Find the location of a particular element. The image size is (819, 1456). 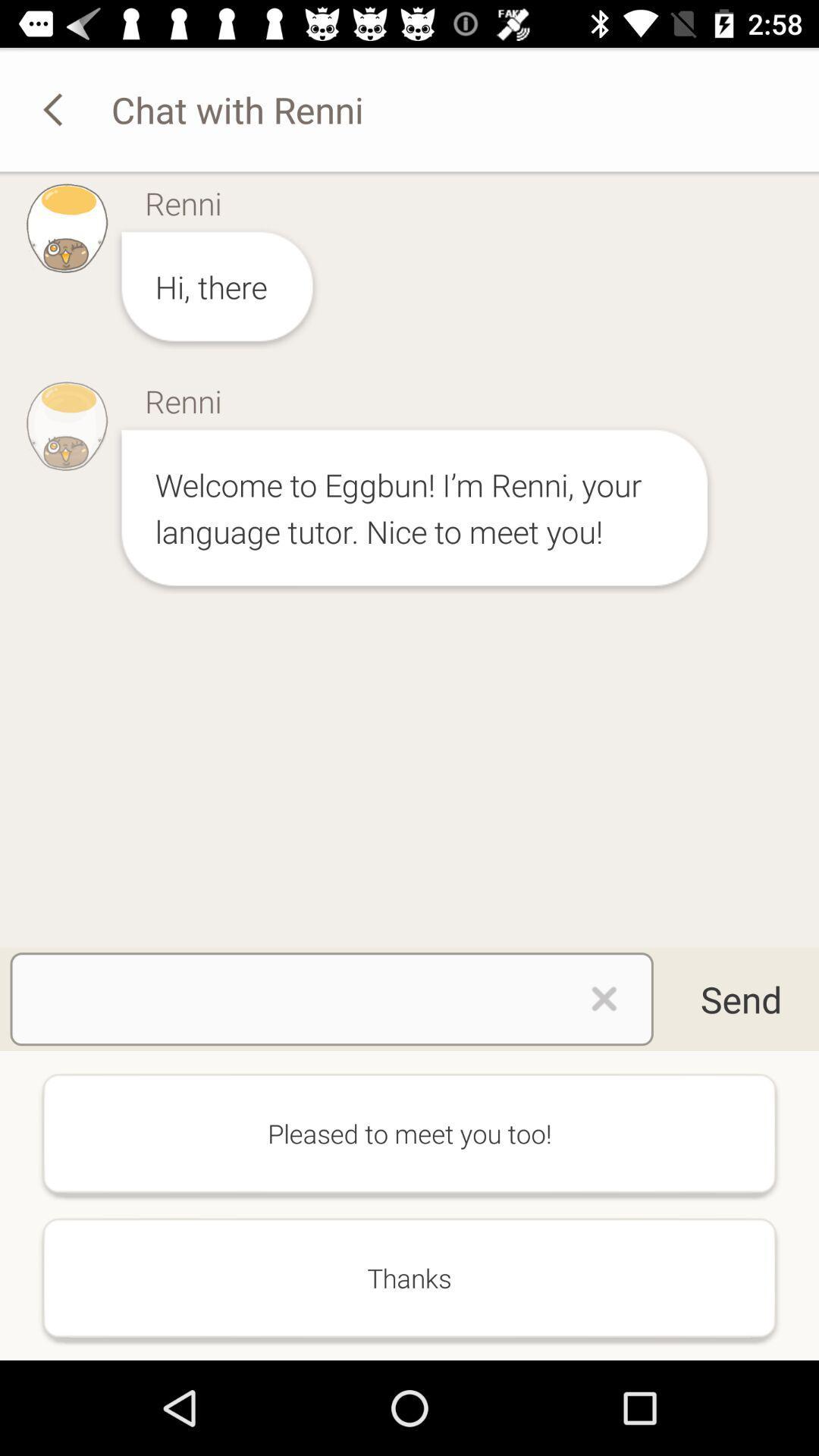

the arrow_backward icon is located at coordinates (55, 108).